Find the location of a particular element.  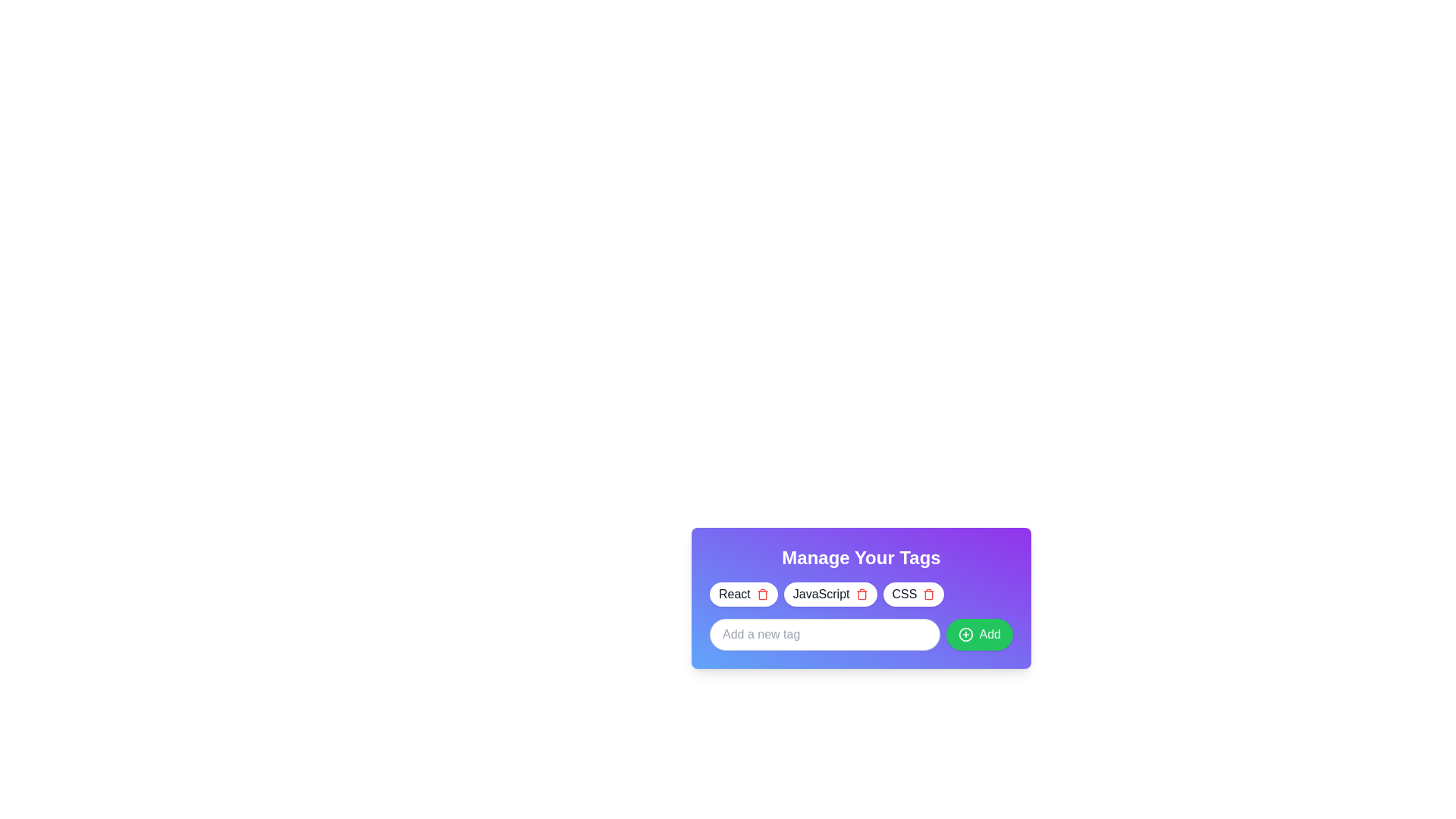

text label indicating the tag 'JavaScript', which is the second tag in a horizontal list of tags within the 'Manage Your Tags' panel is located at coordinates (821, 593).